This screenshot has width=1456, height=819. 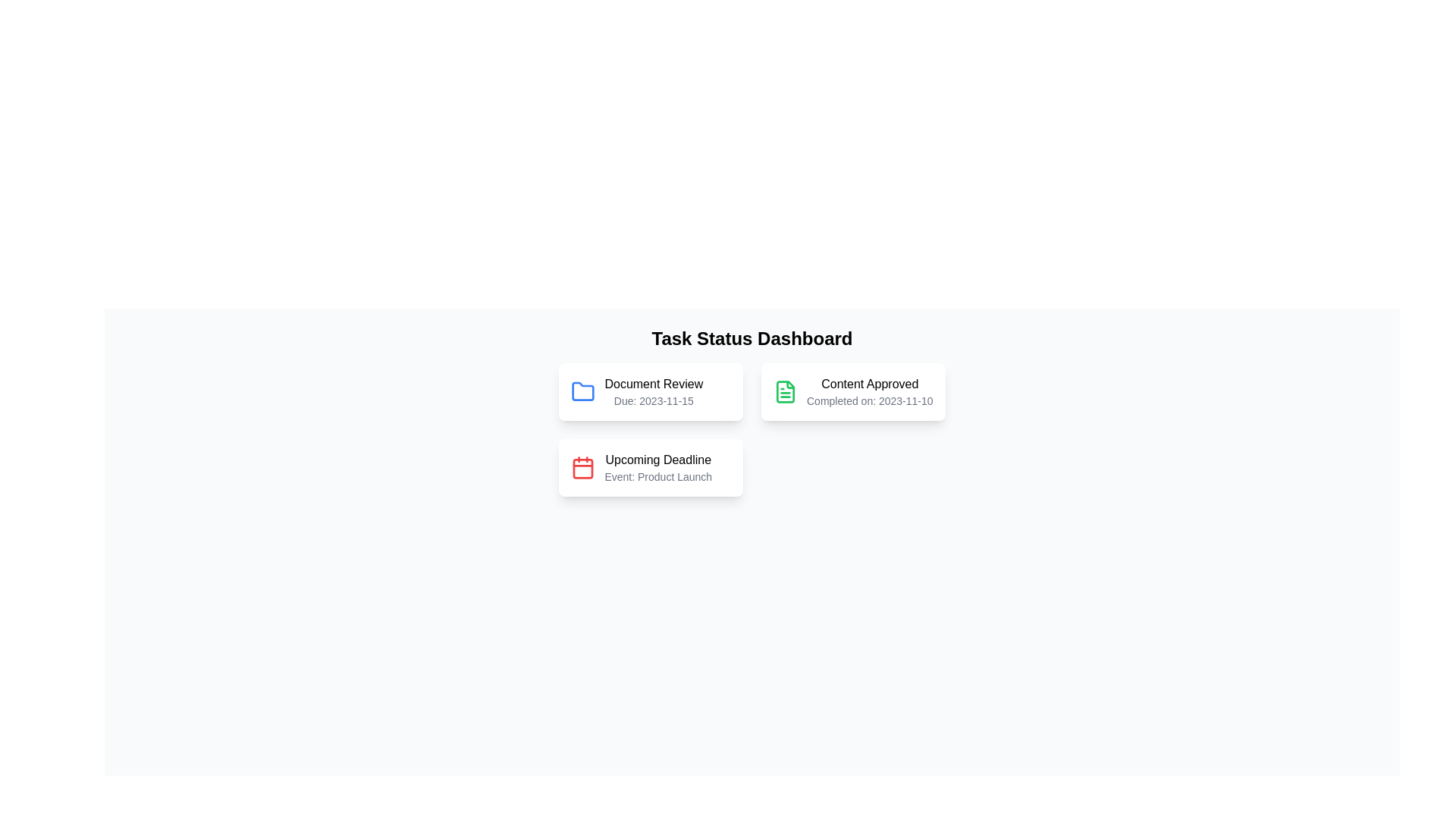 I want to click on the Informational card that provides details about the upcoming 'Product Launch' event, located in the center bottom of the grid layout, below the 'Document Review' and 'Content Approved' cards, so click(x=651, y=467).